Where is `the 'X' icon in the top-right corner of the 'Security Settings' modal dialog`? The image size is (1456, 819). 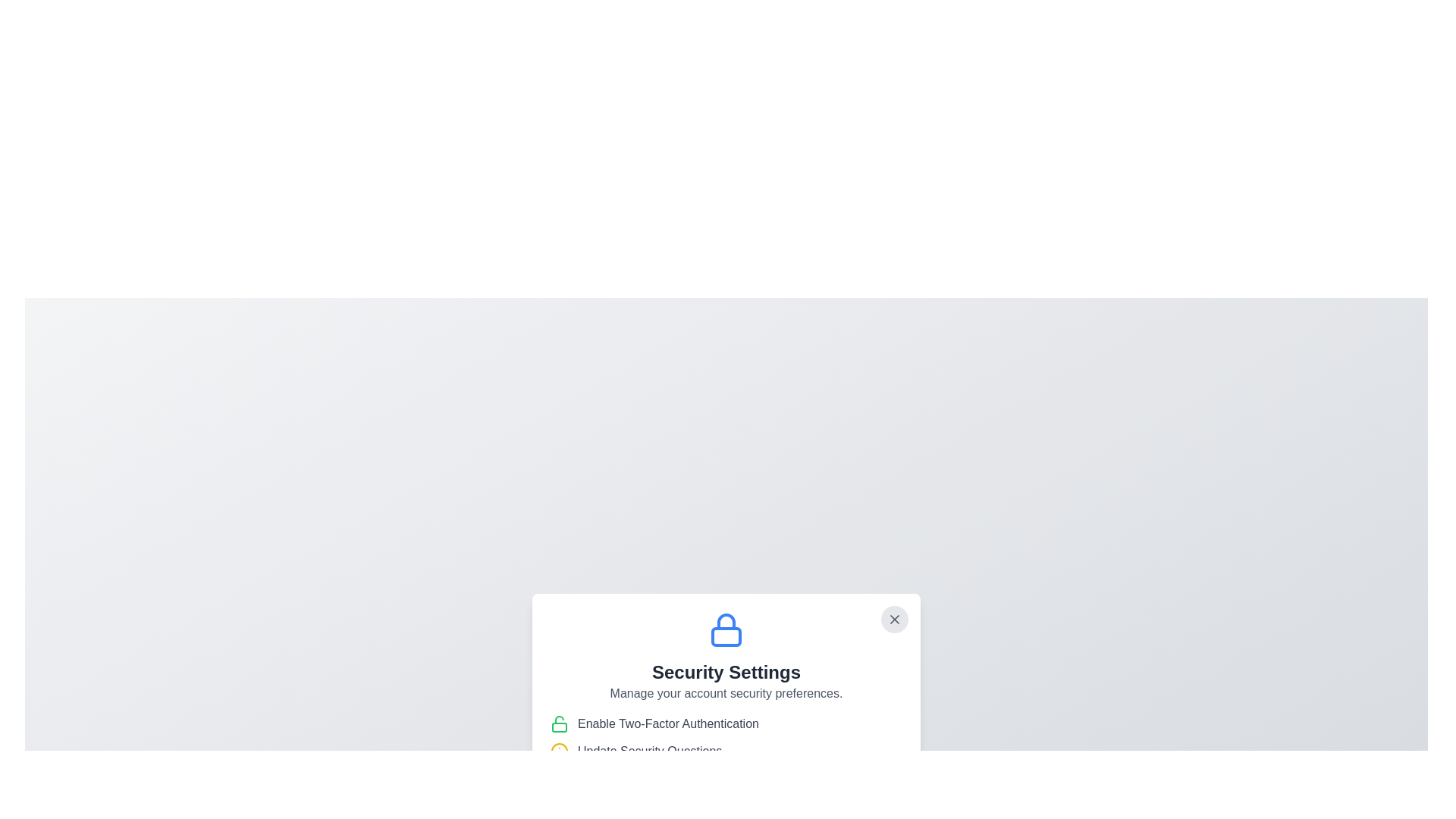 the 'X' icon in the top-right corner of the 'Security Settings' modal dialog is located at coordinates (895, 620).